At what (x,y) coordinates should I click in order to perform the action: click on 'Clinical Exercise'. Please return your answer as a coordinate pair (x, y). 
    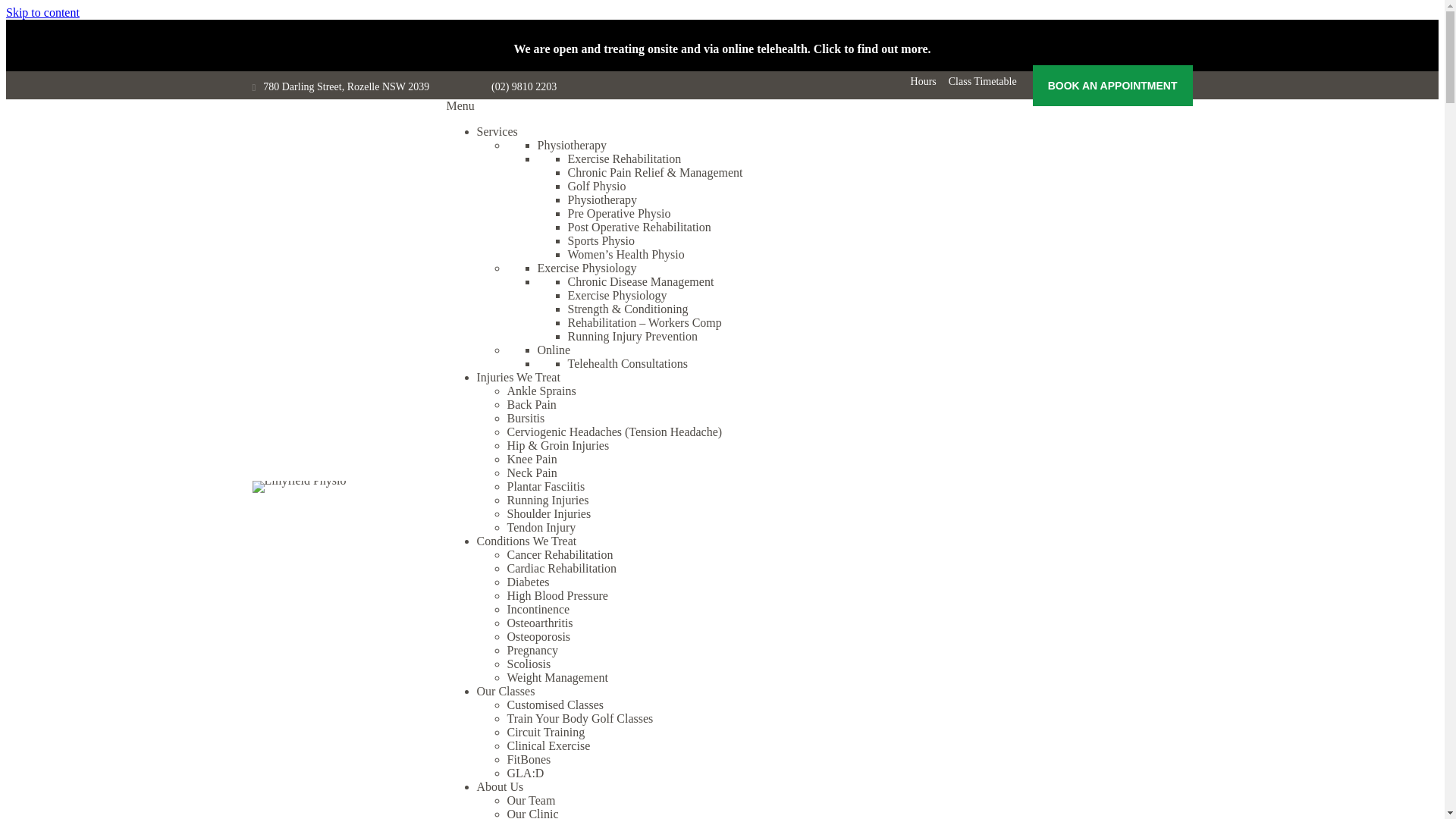
    Looking at the image, I should click on (548, 745).